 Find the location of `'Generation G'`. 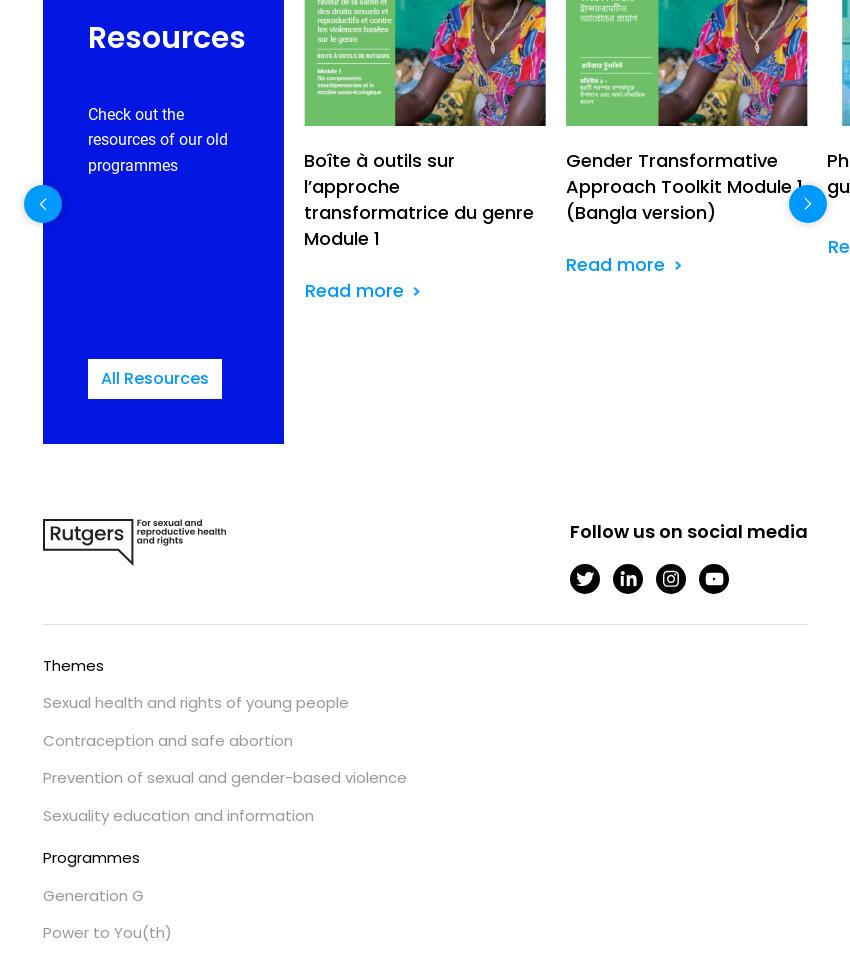

'Generation G' is located at coordinates (91, 893).